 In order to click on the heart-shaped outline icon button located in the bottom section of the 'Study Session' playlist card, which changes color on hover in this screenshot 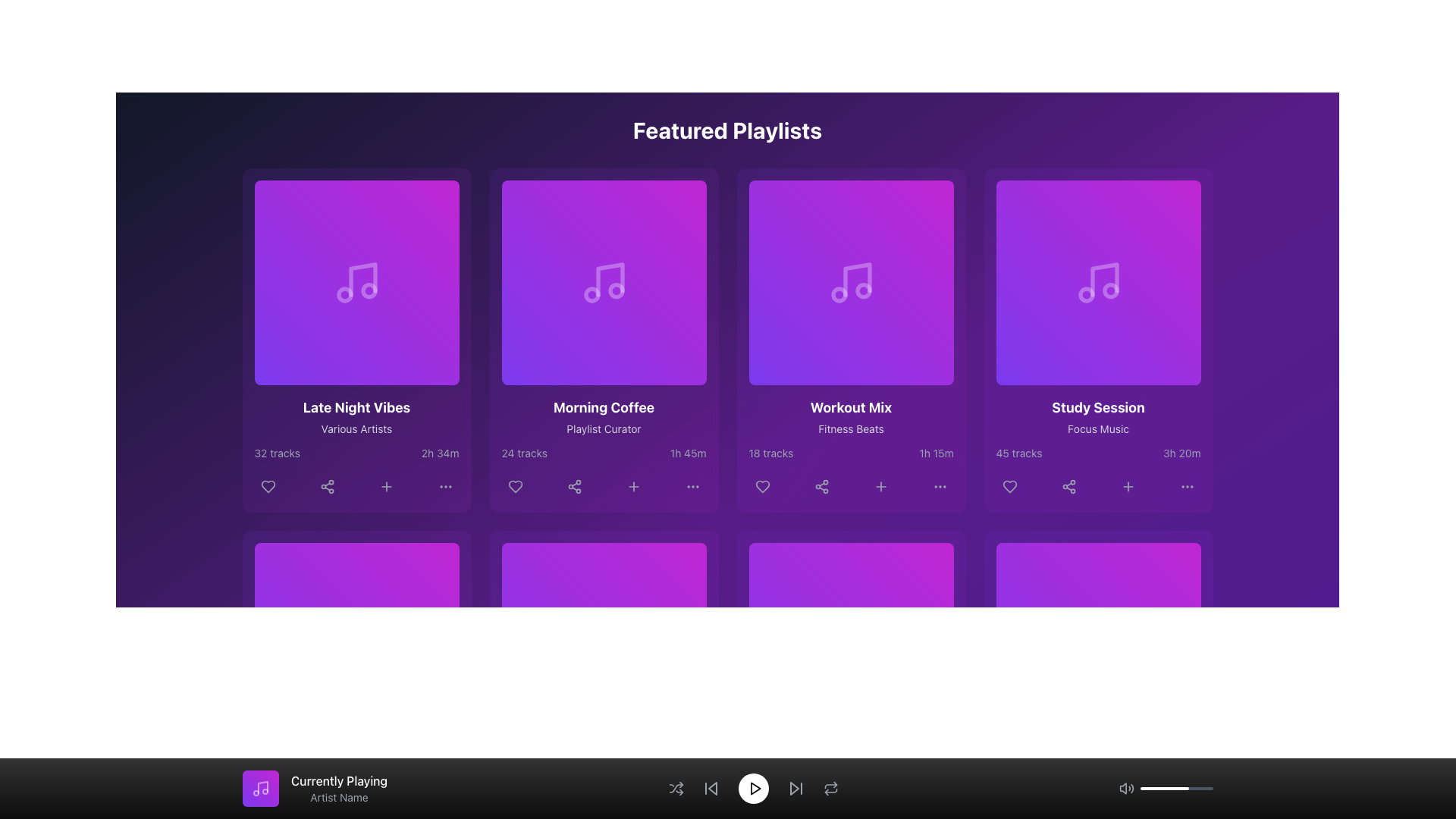, I will do `click(1009, 486)`.